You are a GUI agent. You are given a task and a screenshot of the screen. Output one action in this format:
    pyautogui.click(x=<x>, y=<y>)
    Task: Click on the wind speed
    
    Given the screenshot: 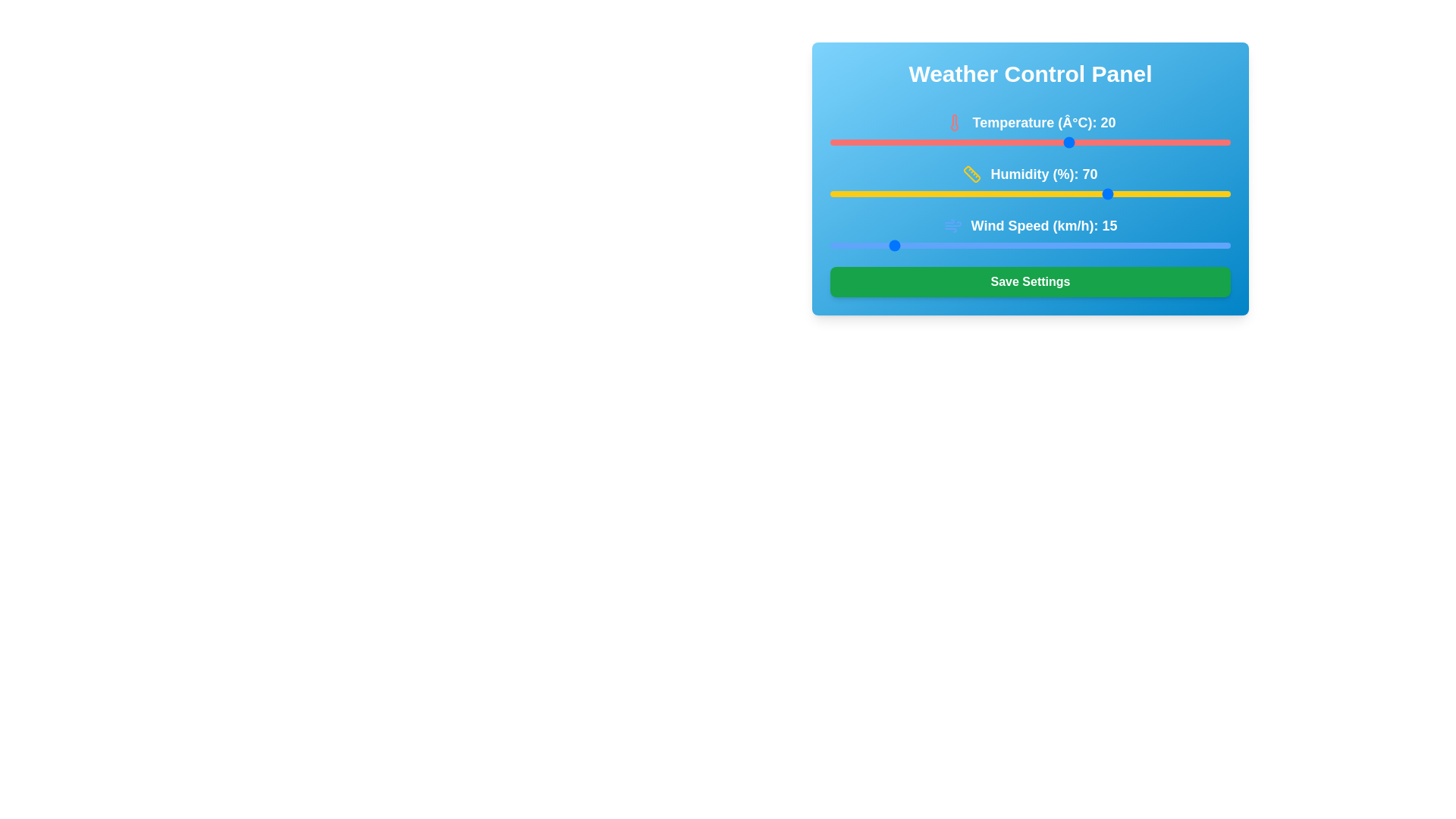 What is the action you would take?
    pyautogui.click(x=990, y=245)
    